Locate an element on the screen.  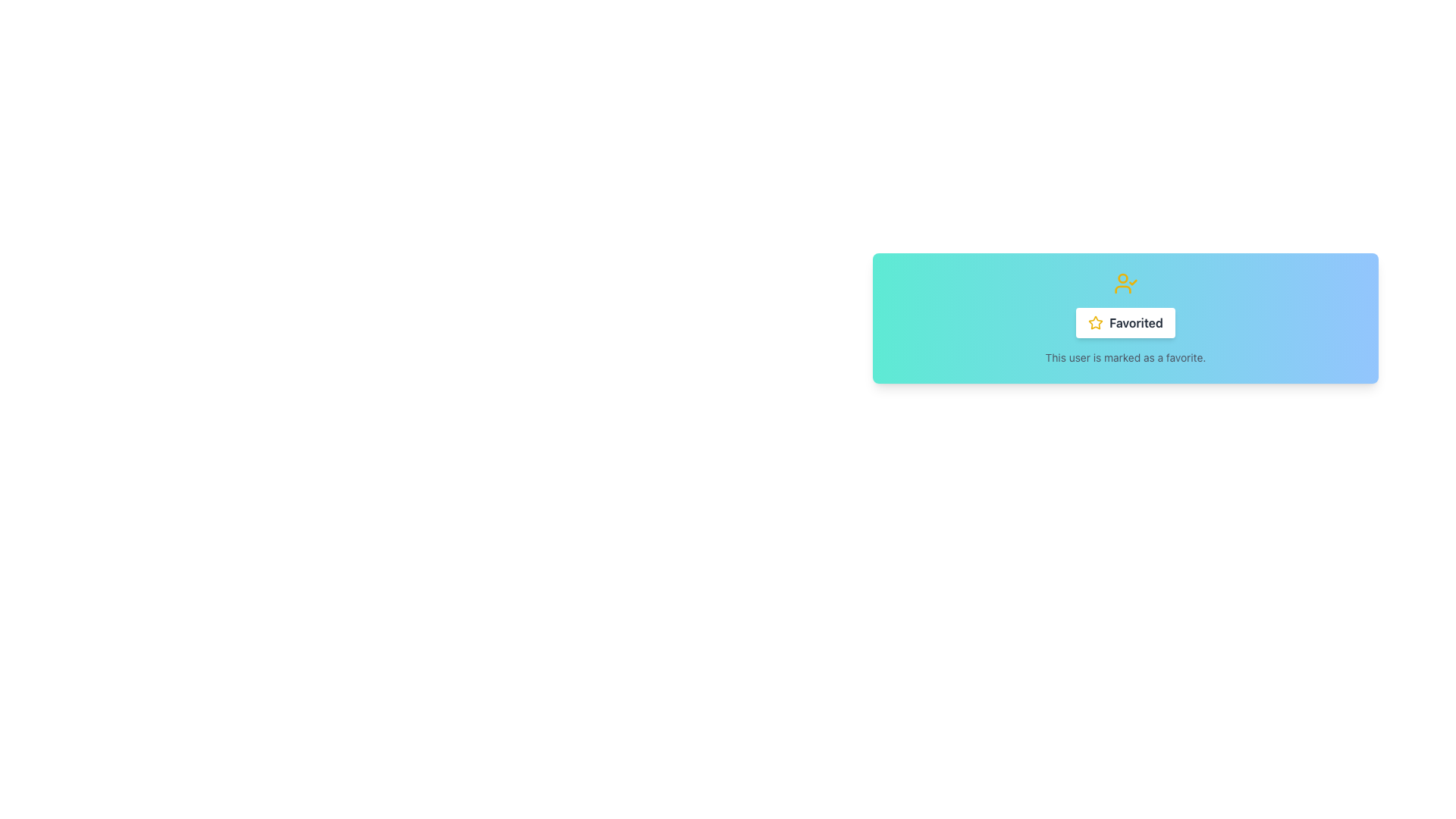
the yellow star icon, which is the first item in a horizontal row next to the text label 'Favorited' is located at coordinates (1096, 322).